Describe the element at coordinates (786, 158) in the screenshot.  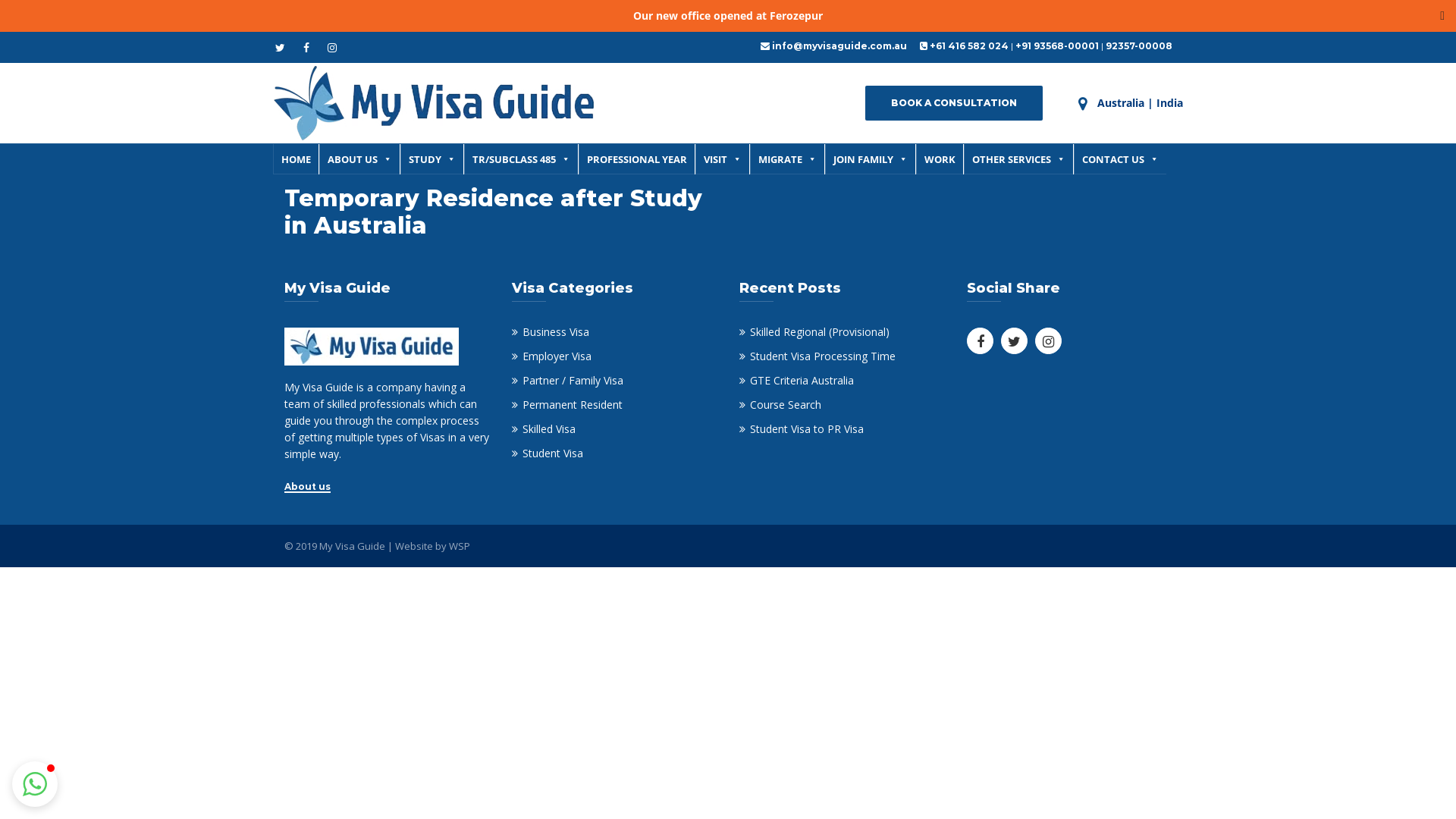
I see `'MIGRATE'` at that location.